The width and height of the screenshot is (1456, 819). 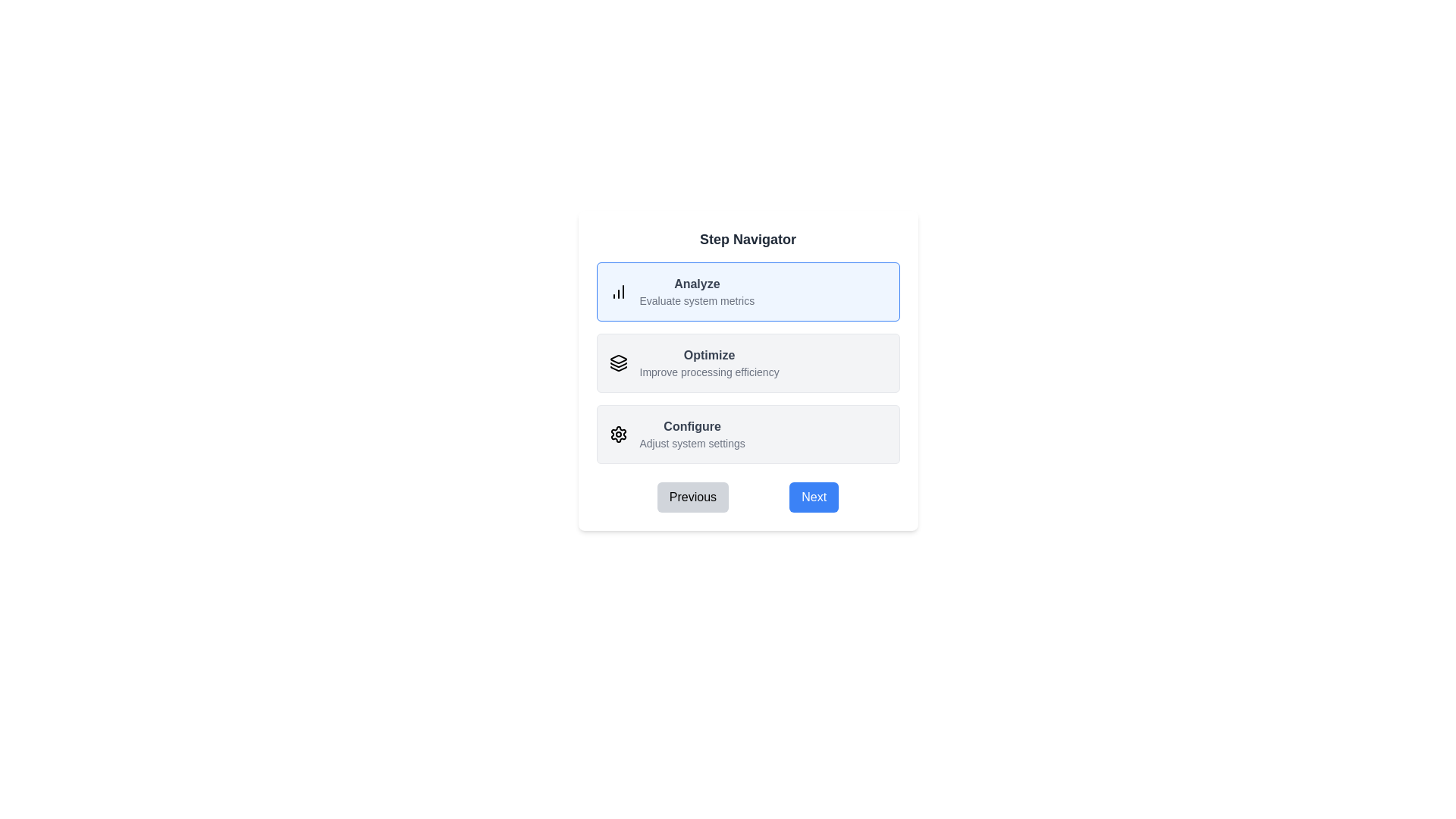 What do you see at coordinates (708, 372) in the screenshot?
I see `the static text displaying 'Improve processing efficiency', which is located below the 'Optimize' label in a card-like area` at bounding box center [708, 372].